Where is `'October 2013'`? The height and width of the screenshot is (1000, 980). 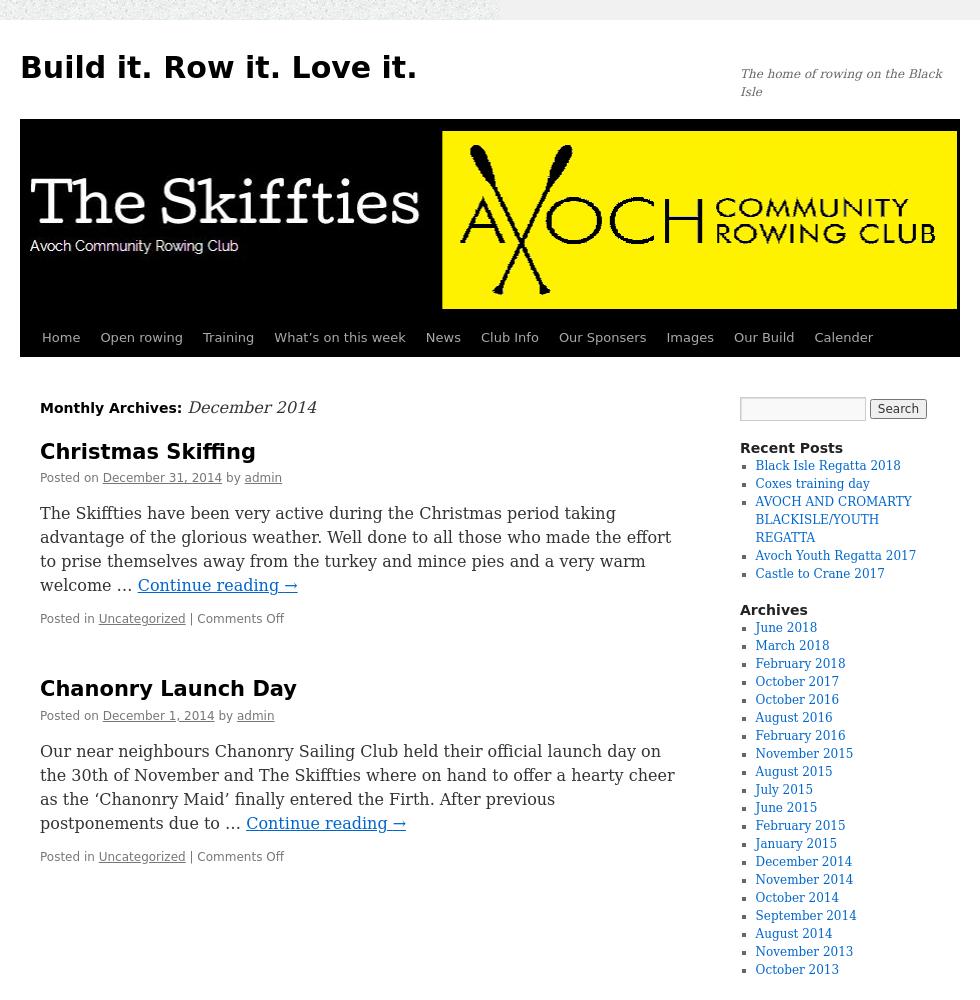 'October 2013' is located at coordinates (797, 969).